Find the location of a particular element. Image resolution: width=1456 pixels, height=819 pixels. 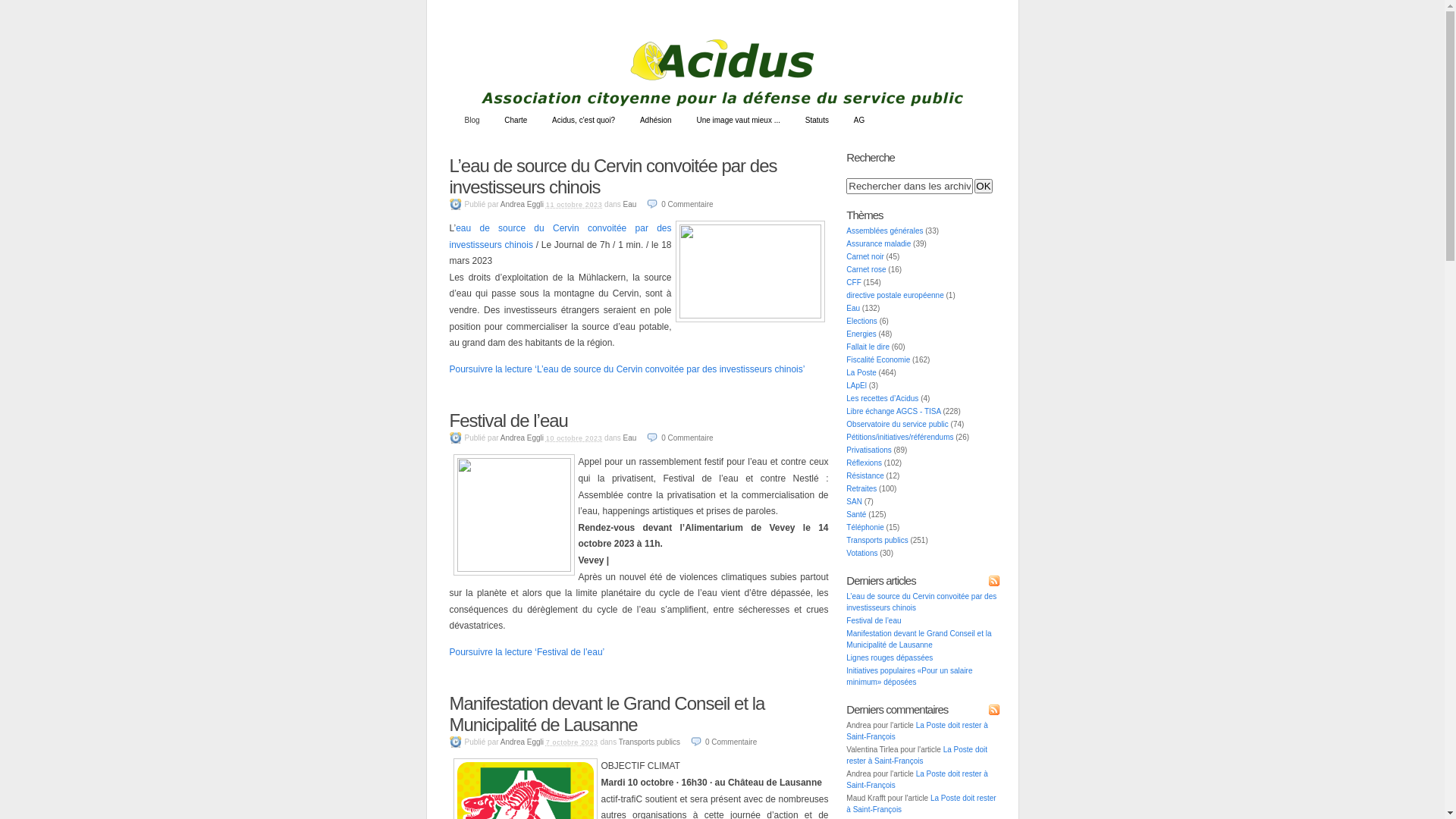

'Andrea Eggli' is located at coordinates (500, 203).